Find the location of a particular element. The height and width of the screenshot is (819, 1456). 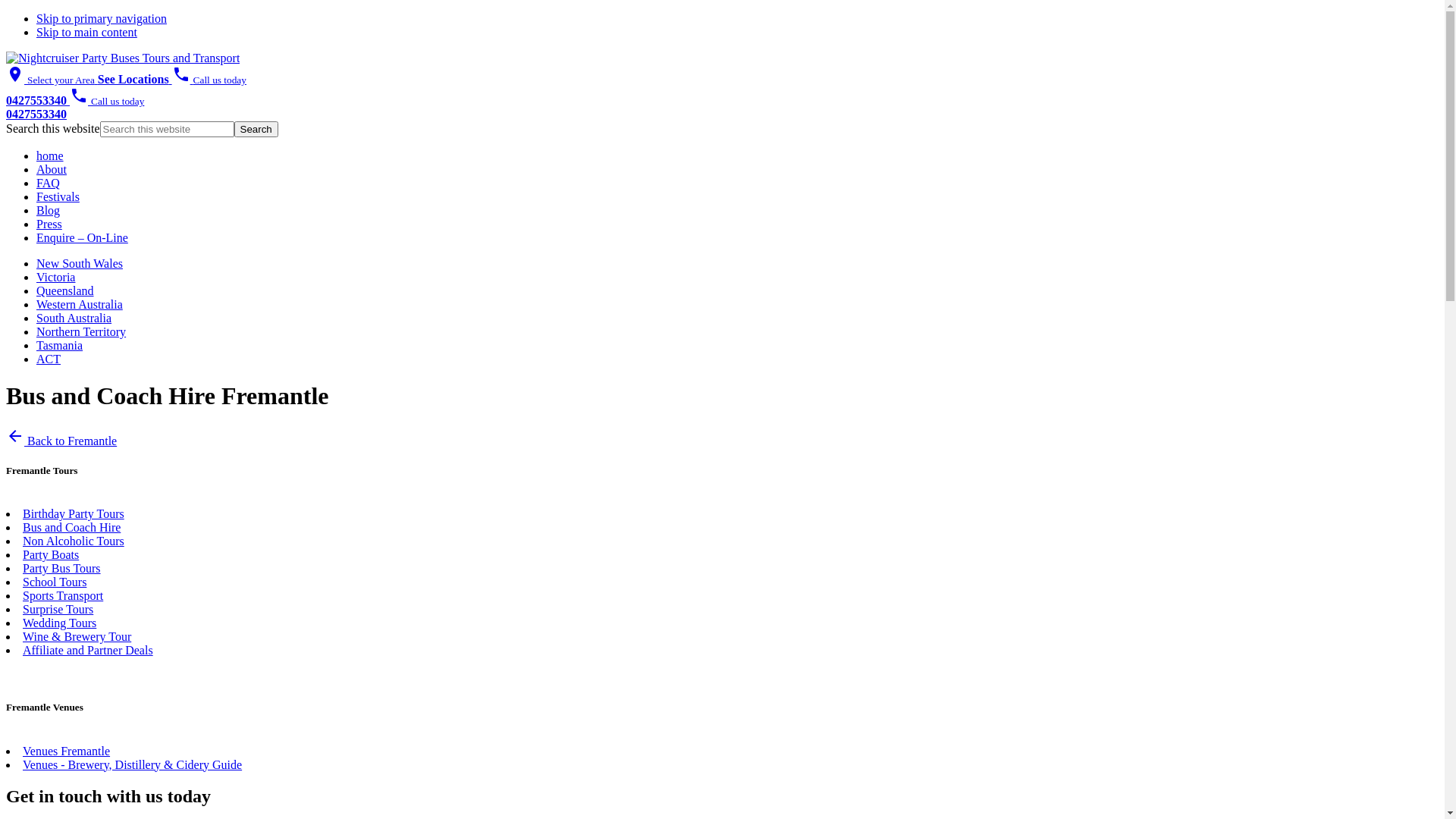

'ACT' is located at coordinates (48, 359).